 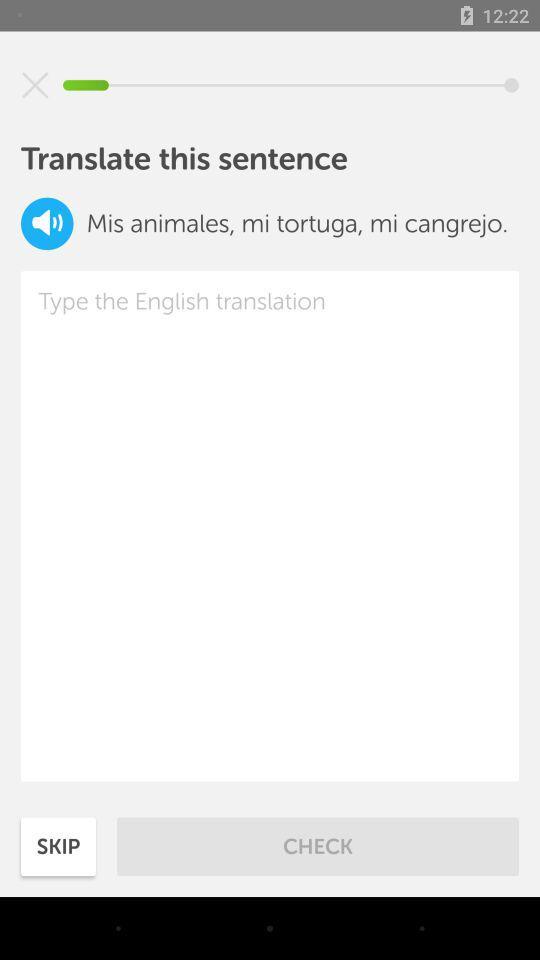 I want to click on listen to translation, so click(x=47, y=223).